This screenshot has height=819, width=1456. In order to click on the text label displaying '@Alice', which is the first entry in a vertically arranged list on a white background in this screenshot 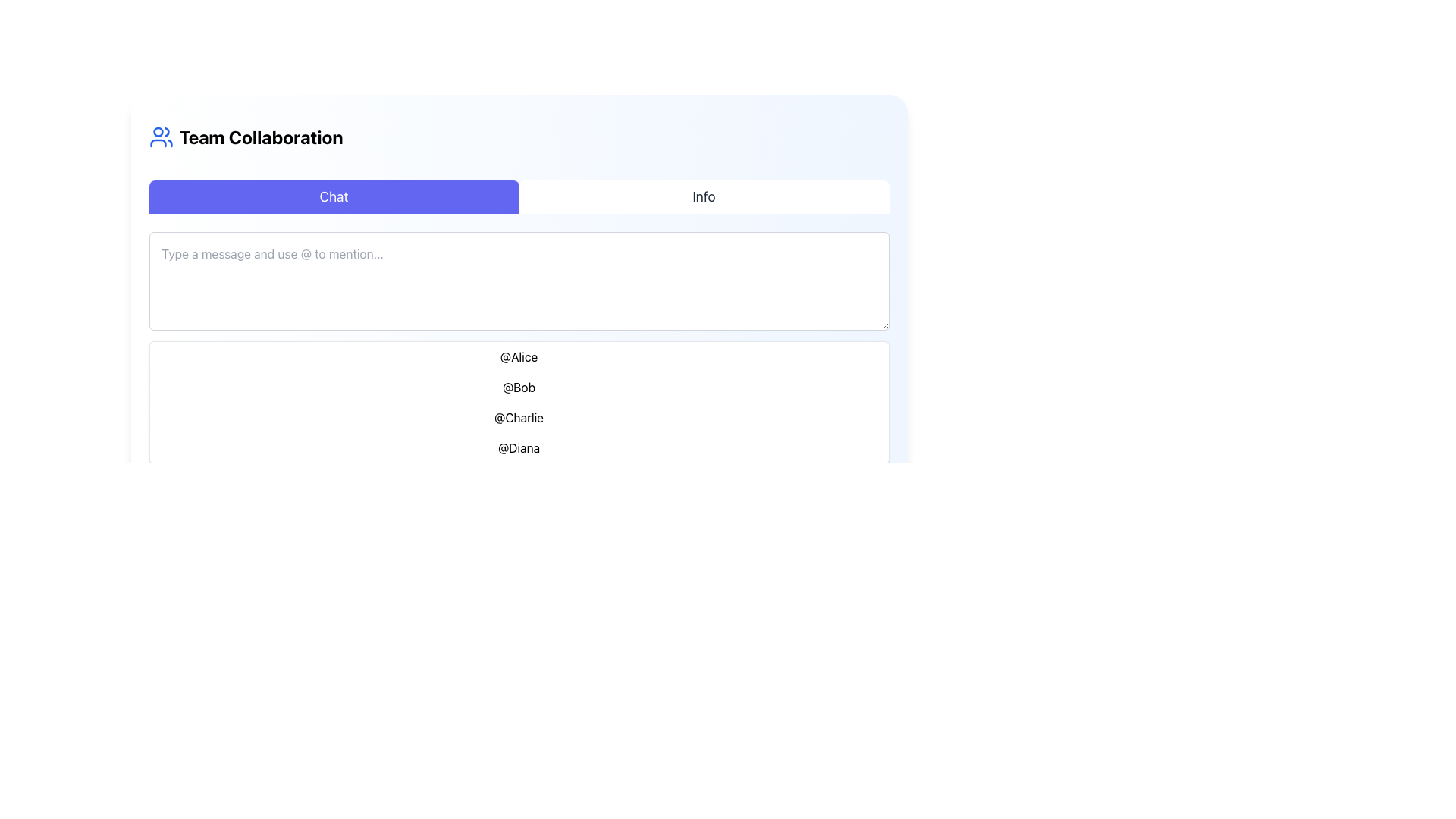, I will do `click(519, 356)`.